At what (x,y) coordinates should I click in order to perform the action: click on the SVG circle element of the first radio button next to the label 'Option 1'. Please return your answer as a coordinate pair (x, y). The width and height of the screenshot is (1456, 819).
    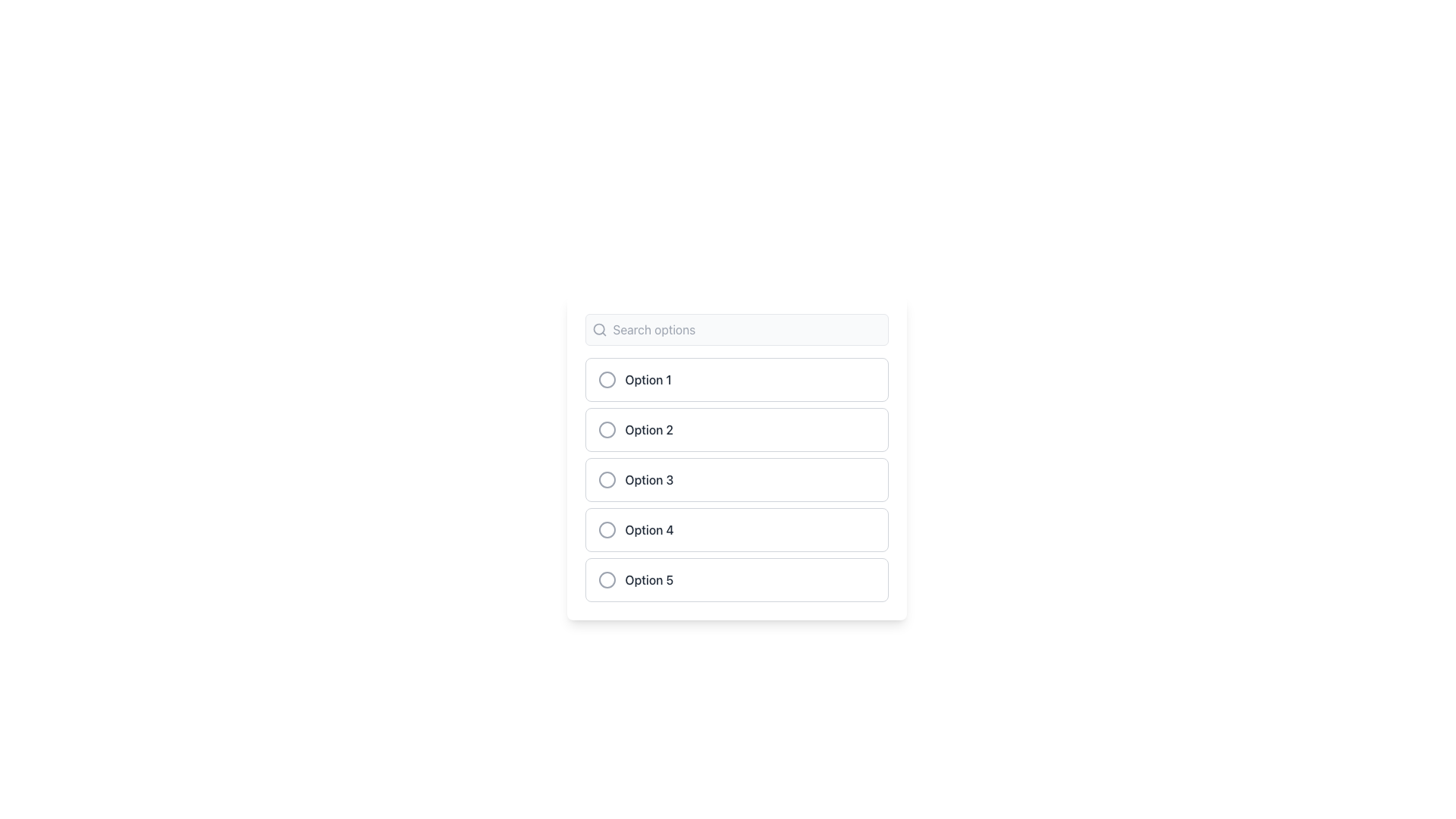
    Looking at the image, I should click on (607, 379).